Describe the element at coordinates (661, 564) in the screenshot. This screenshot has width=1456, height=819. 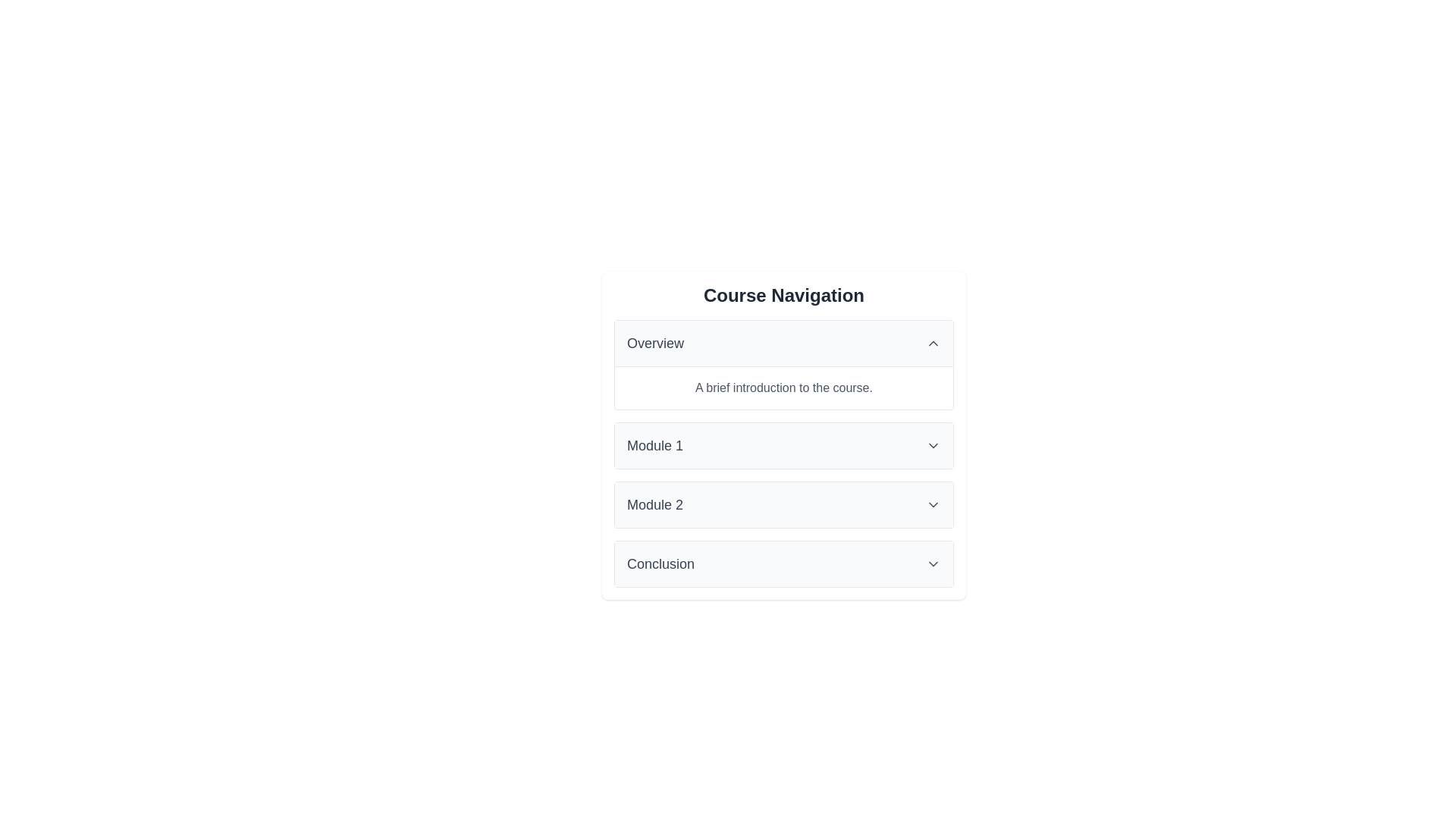
I see `the 'Conclusion' section header label located at the bottom of the 'Course Navigation' vertical list, just below 'Module 2'` at that location.